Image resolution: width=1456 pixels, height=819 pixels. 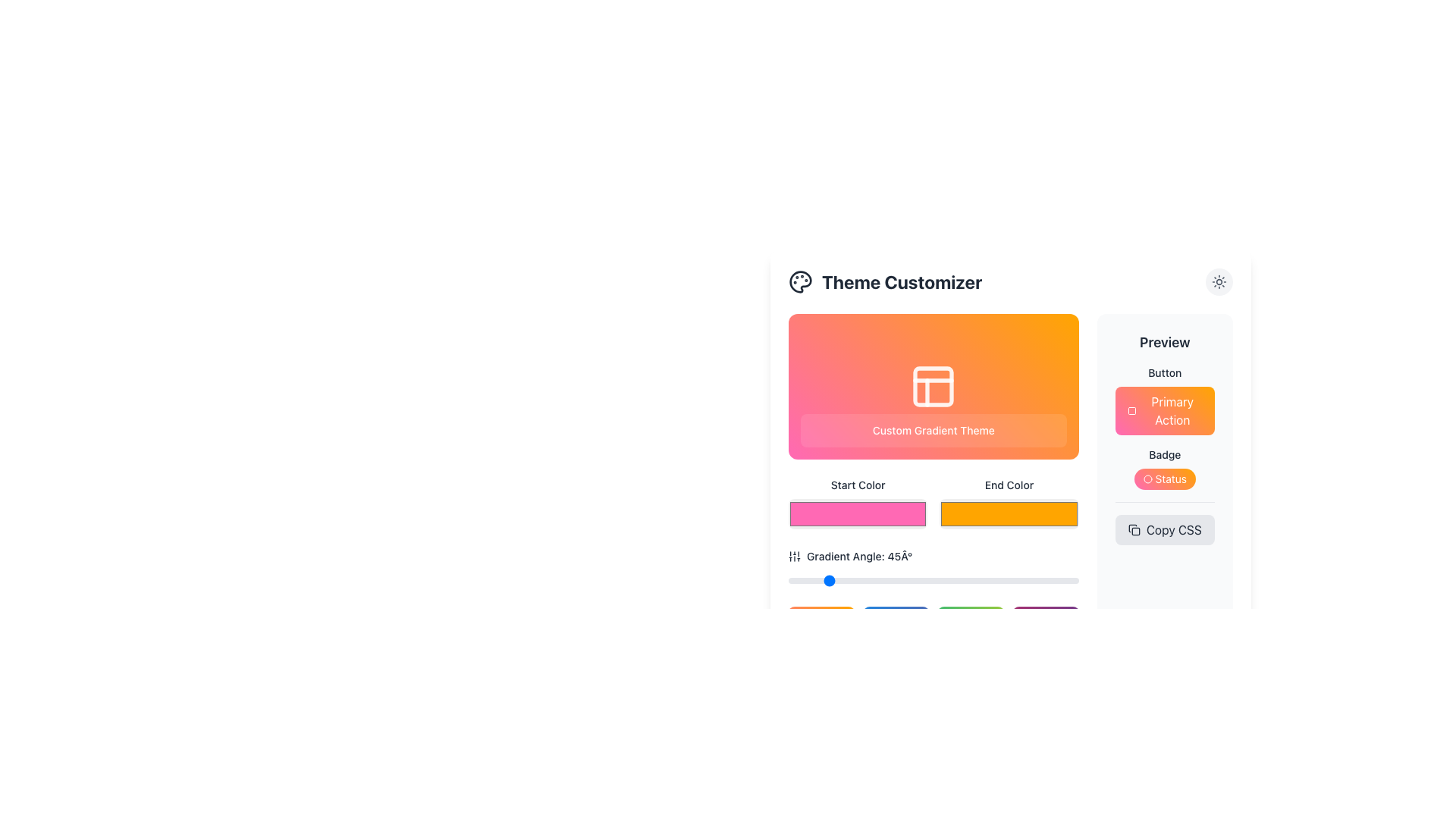 I want to click on the gradient angle, so click(x=965, y=580).